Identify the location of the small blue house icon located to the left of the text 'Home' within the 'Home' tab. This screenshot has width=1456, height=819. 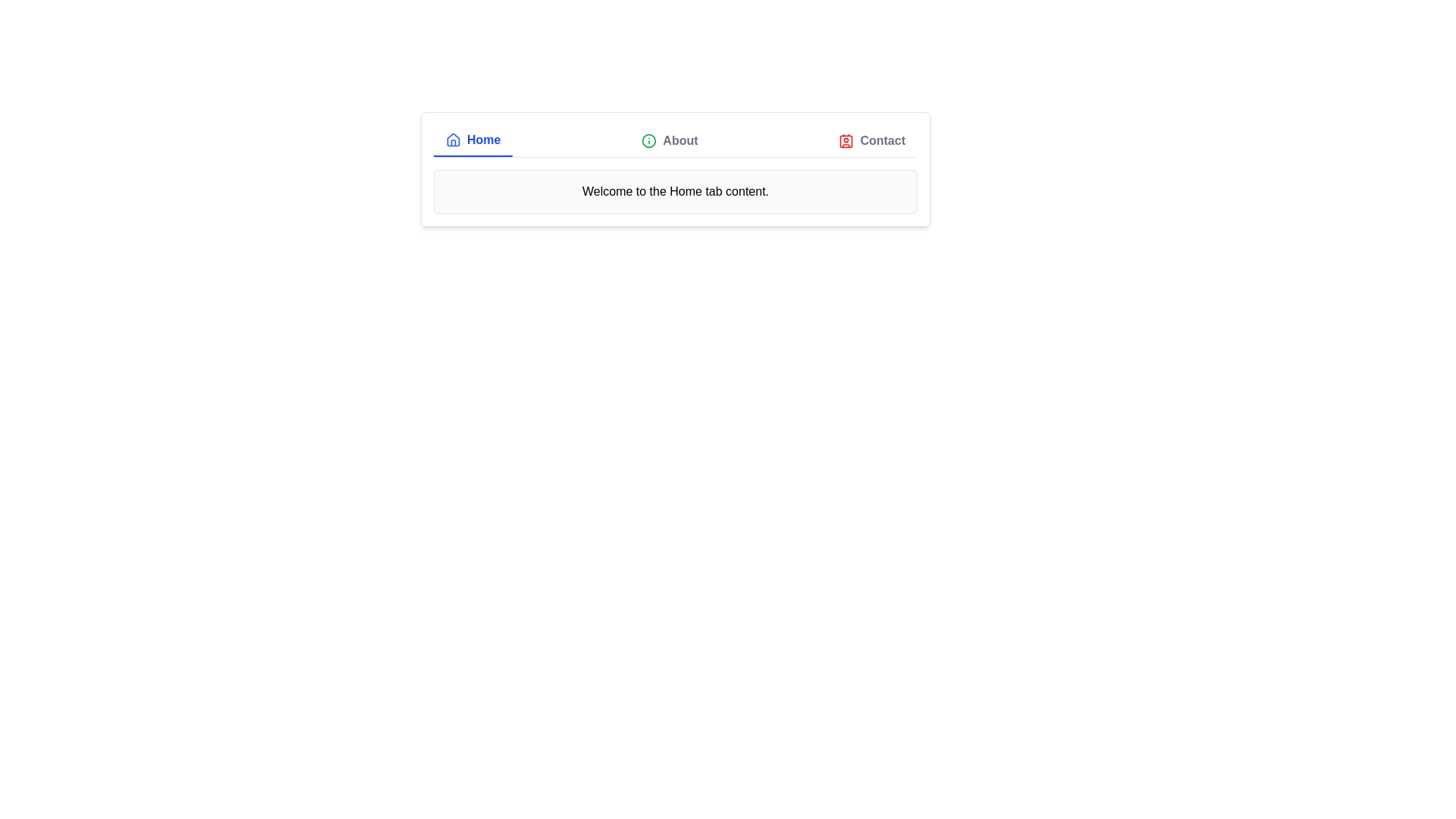
(453, 140).